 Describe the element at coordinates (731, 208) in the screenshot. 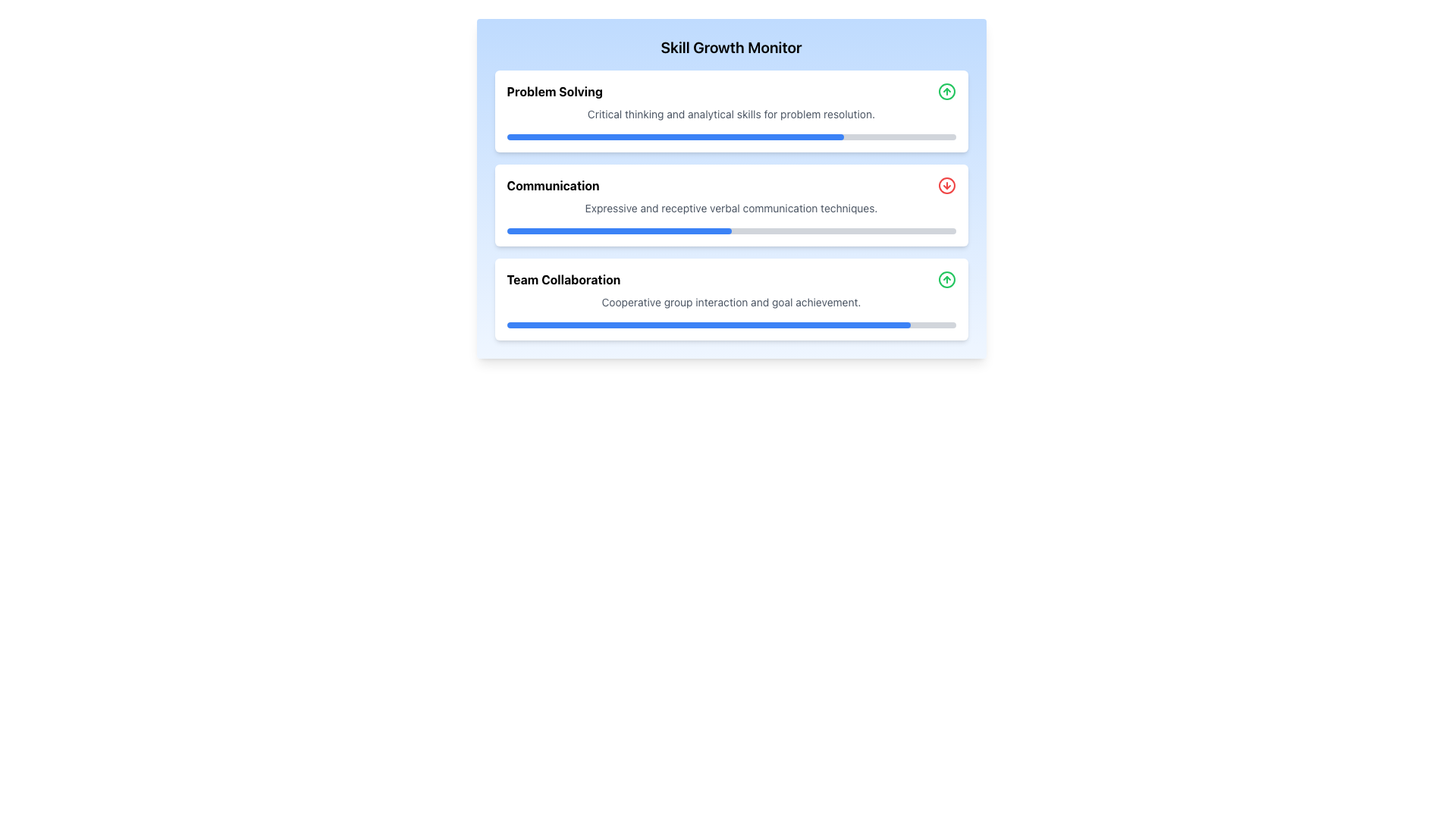

I see `text element containing 'Expressive and receptive verbal communication techniques.' located in the 'Communication' section, beneath the section title` at that location.